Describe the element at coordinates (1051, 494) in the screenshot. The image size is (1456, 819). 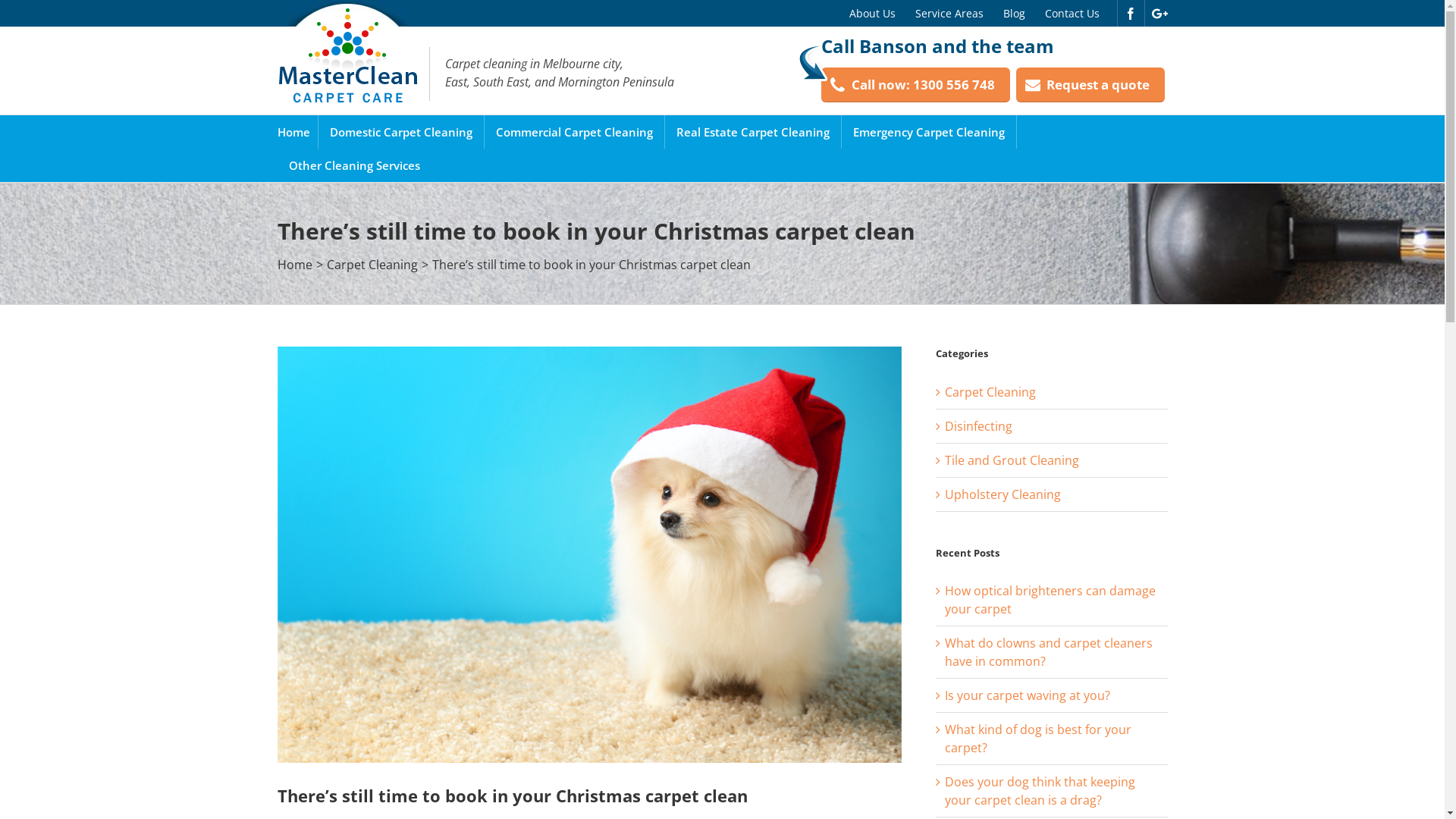
I see `'Upholstery Cleaning'` at that location.